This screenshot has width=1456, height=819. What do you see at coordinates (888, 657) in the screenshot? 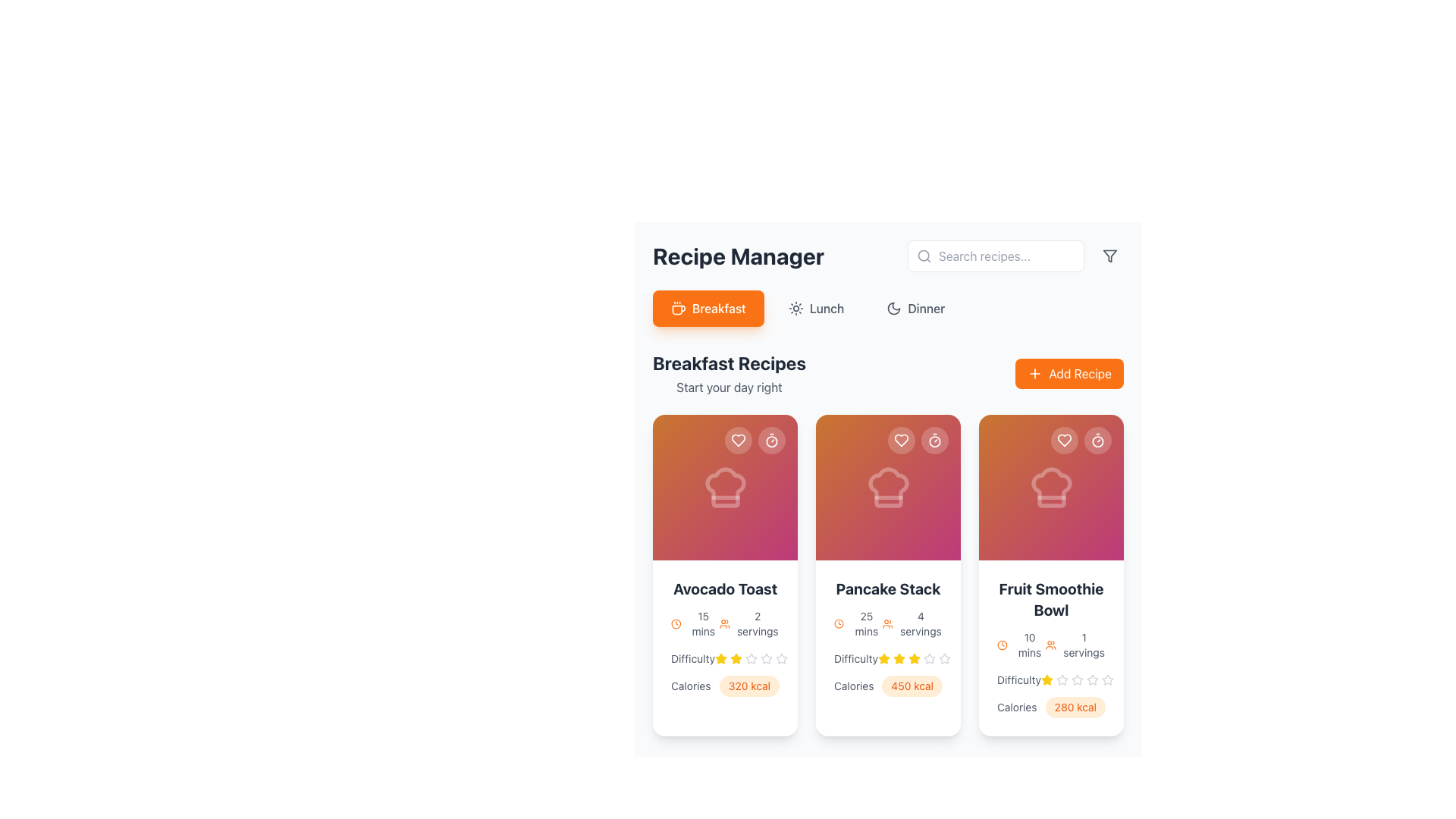
I see `the second star icon in the difficulty rating system for the 'Pancake Stack' recipe card` at bounding box center [888, 657].